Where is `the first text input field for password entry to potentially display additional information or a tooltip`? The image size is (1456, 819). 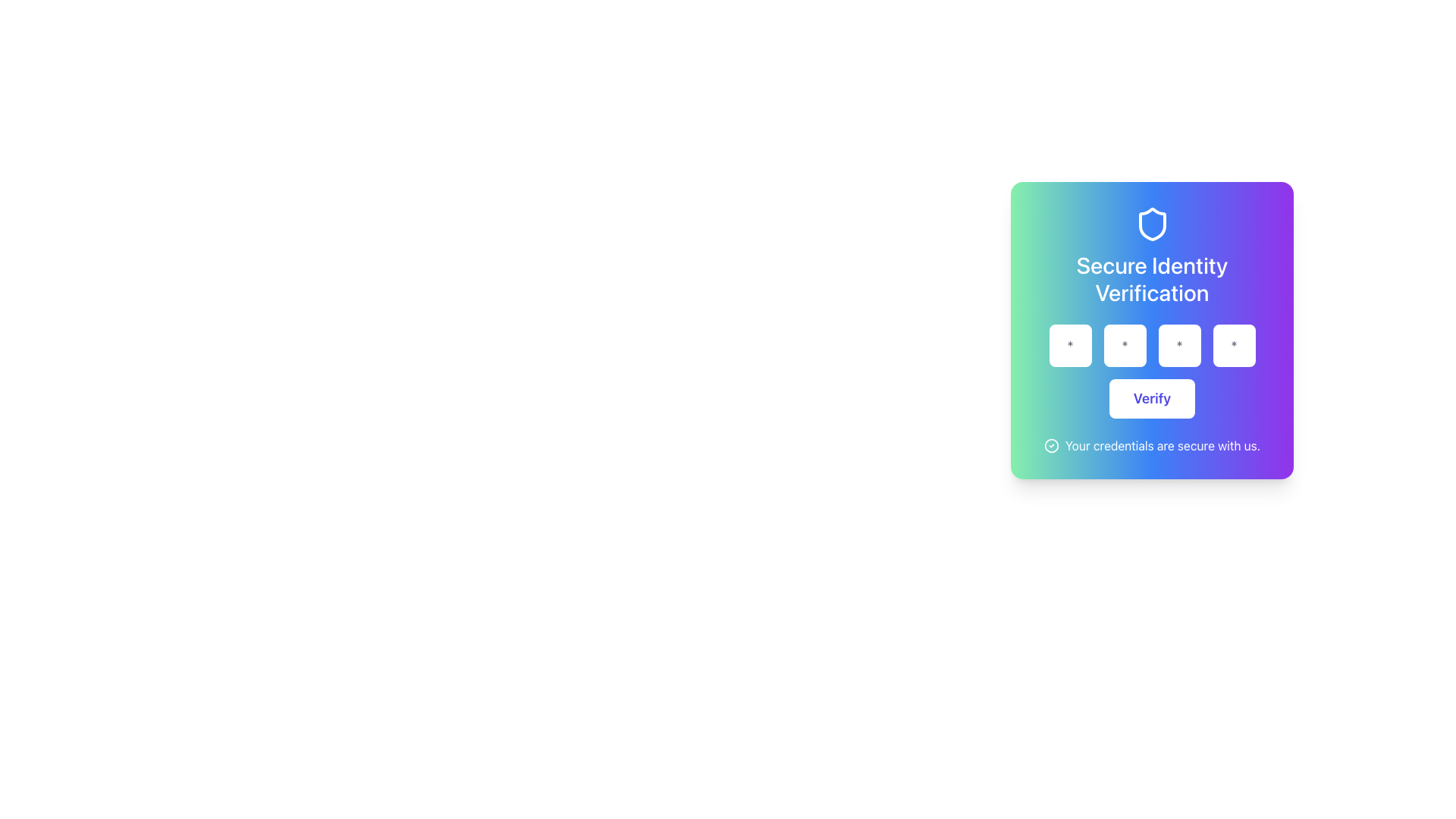 the first text input field for password entry to potentially display additional information or a tooltip is located at coordinates (1069, 345).